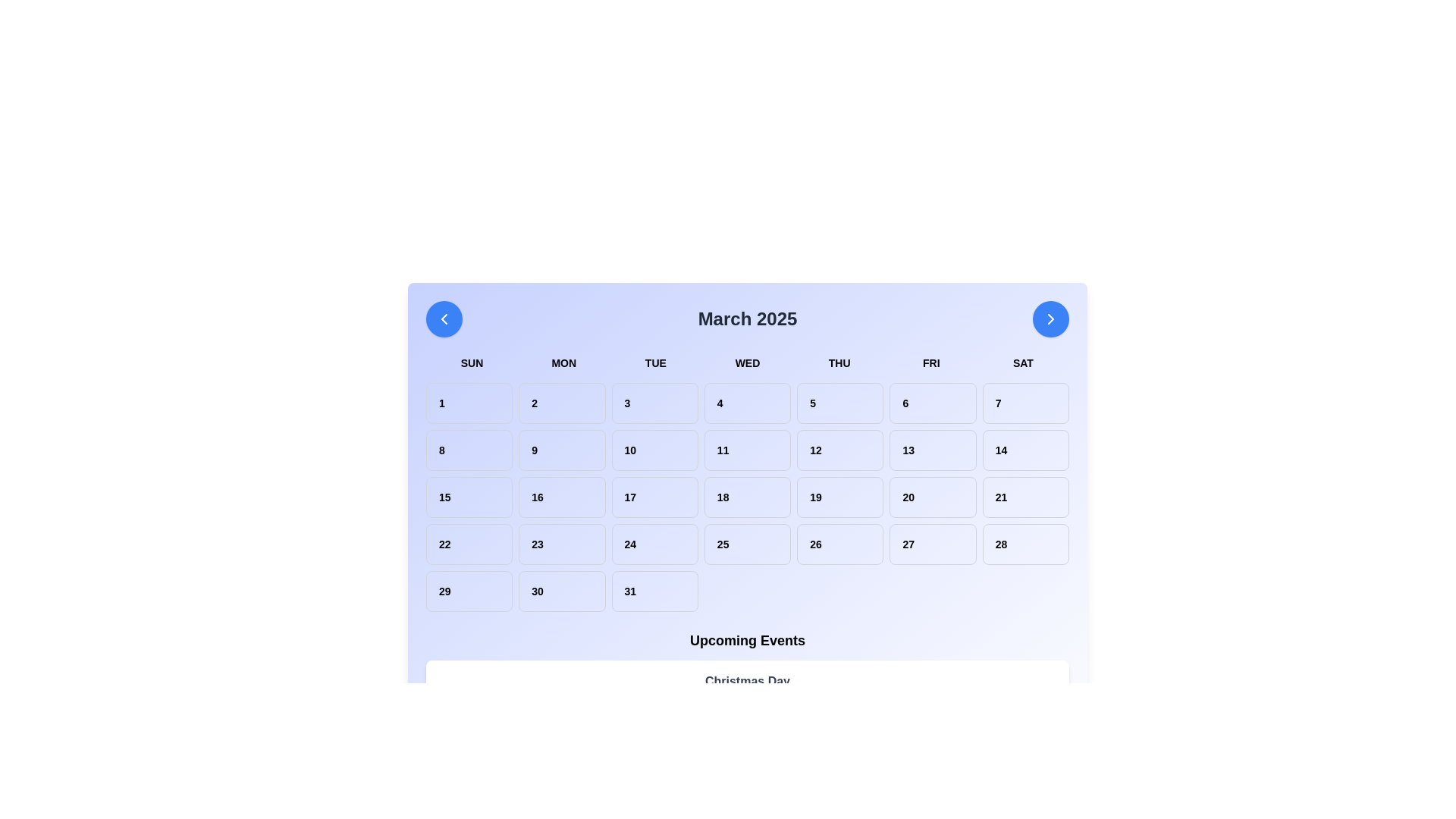  I want to click on the chevron button with a blue circular background located at the far left of the interface, near the top, so click(443, 318).